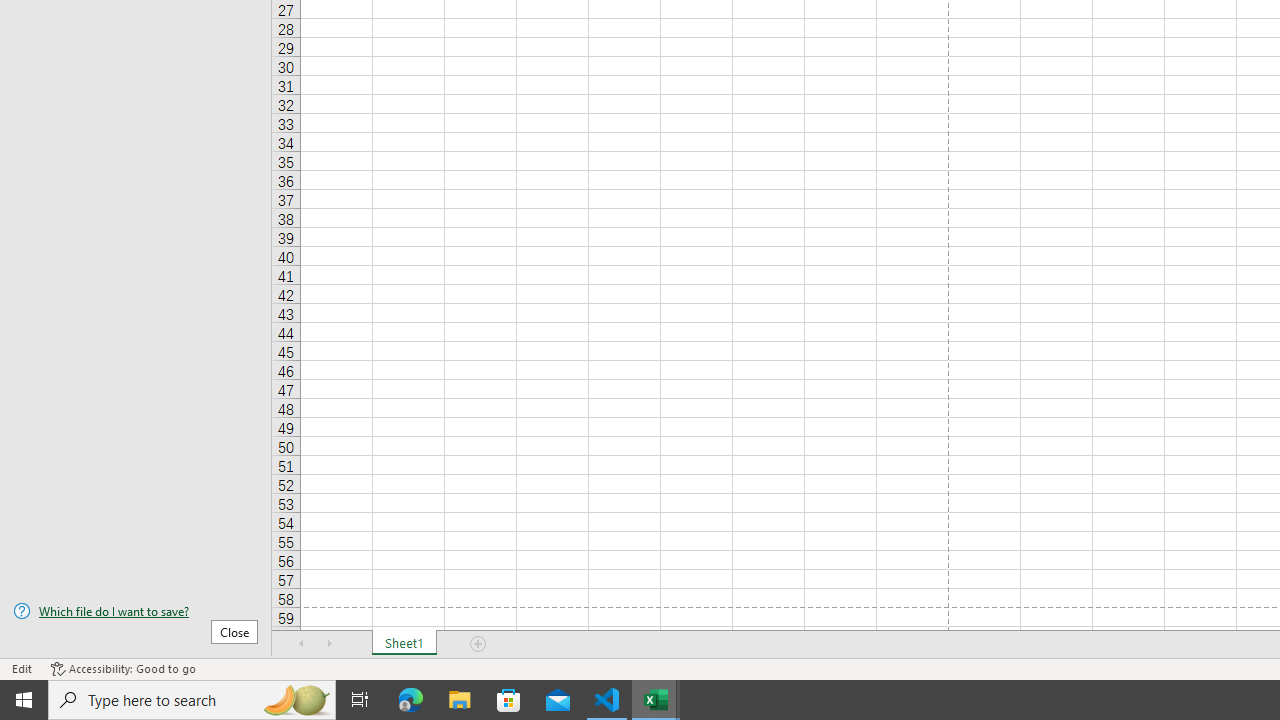 Image resolution: width=1280 pixels, height=720 pixels. I want to click on 'Which file do I want to save?', so click(135, 610).